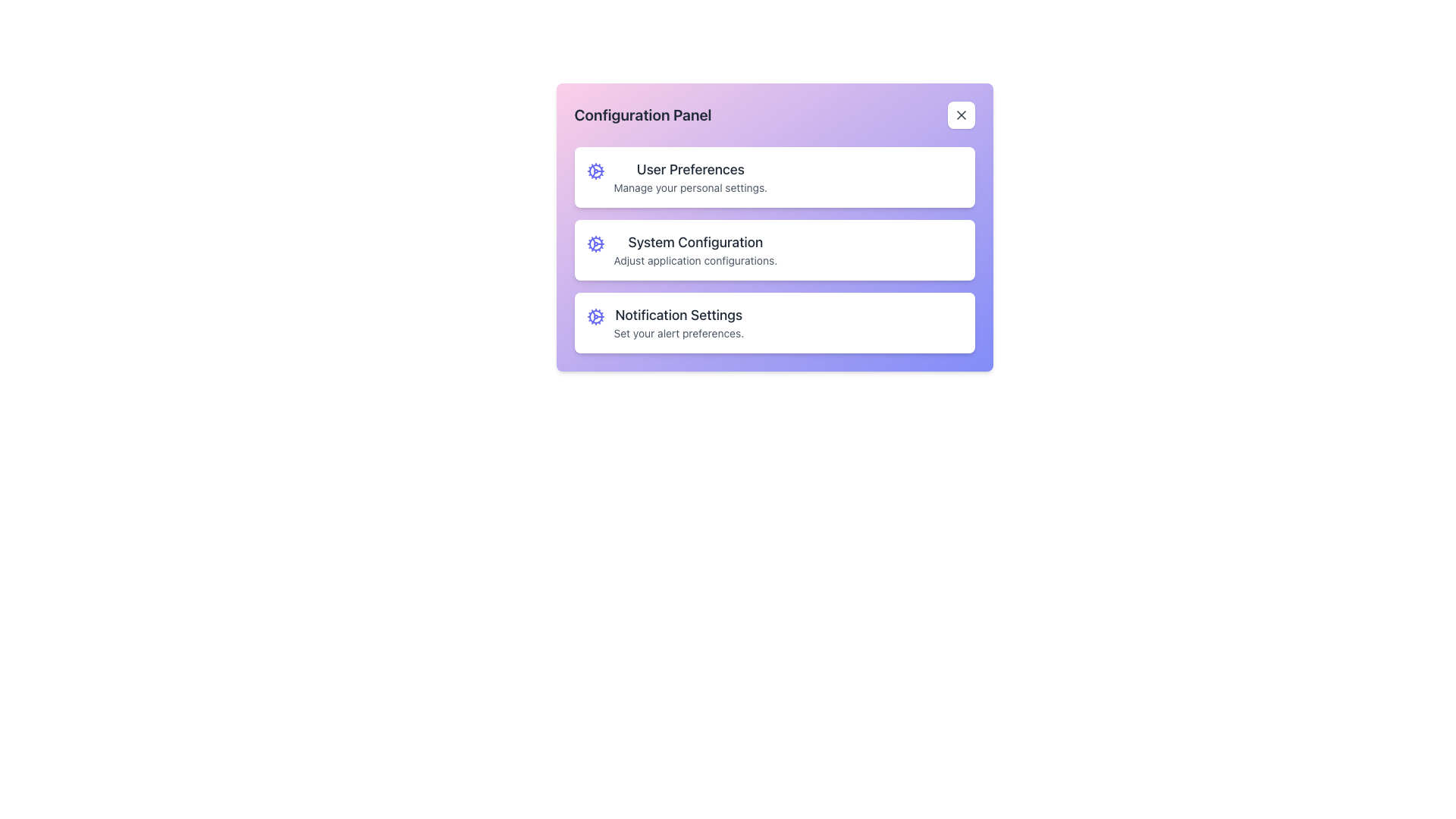 This screenshot has height=819, width=1456. Describe the element at coordinates (678, 315) in the screenshot. I see `the 'Notification Settings' text label, which is rendered in bold, large font and is positioned above the alert preferences description in the Configuration Panel` at that location.